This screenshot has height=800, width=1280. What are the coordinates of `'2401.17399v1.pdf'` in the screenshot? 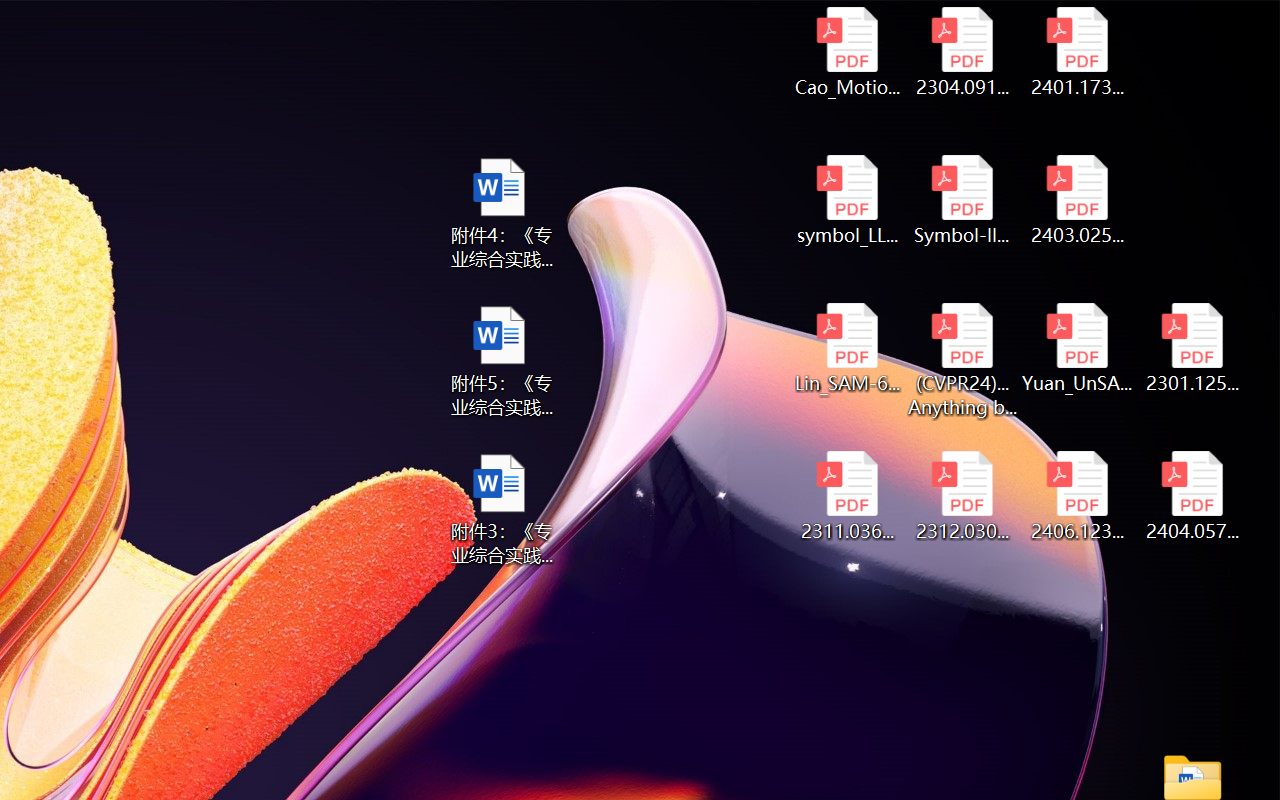 It's located at (1076, 51).